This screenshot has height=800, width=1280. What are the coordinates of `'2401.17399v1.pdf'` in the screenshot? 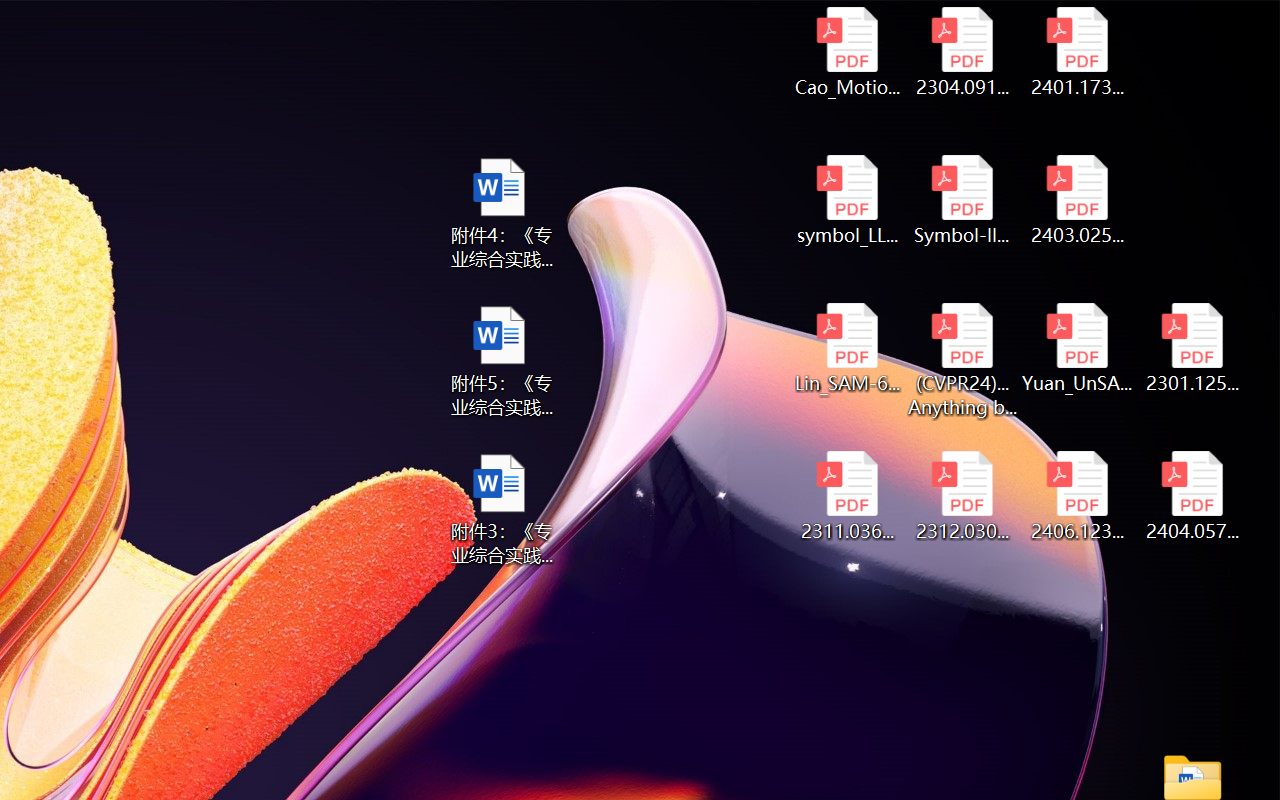 It's located at (1076, 51).